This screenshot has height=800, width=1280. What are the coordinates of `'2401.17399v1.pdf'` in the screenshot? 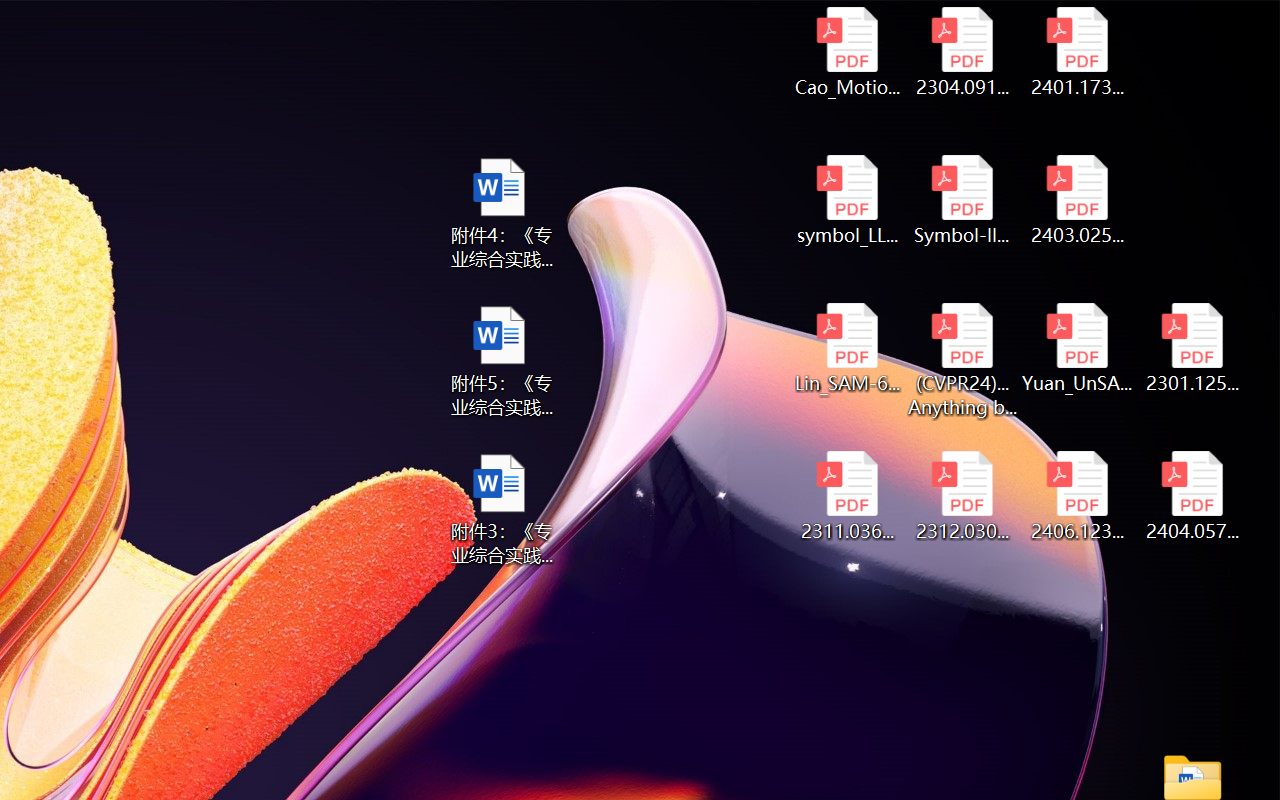 It's located at (1076, 51).